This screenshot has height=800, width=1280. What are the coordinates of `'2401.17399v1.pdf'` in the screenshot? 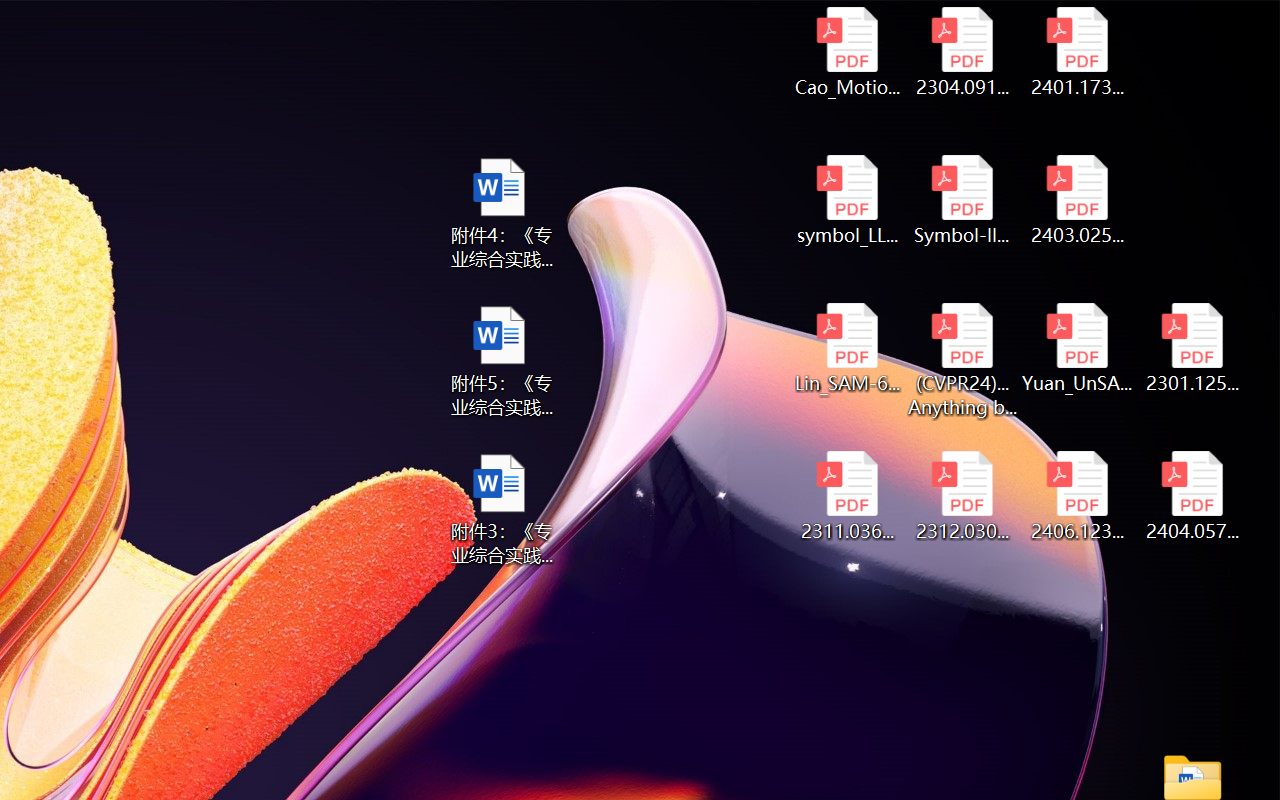 It's located at (1076, 51).